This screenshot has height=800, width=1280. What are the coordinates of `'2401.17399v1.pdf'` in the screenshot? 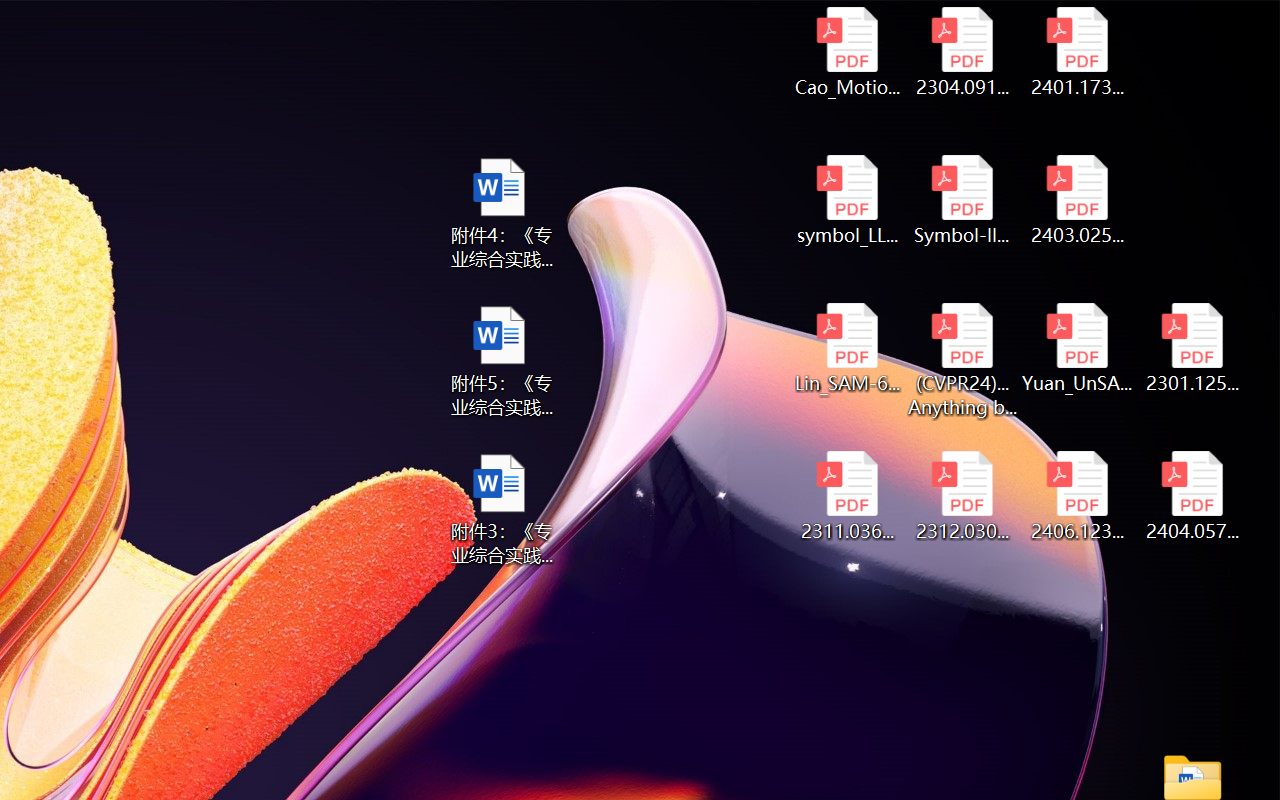 It's located at (1076, 51).